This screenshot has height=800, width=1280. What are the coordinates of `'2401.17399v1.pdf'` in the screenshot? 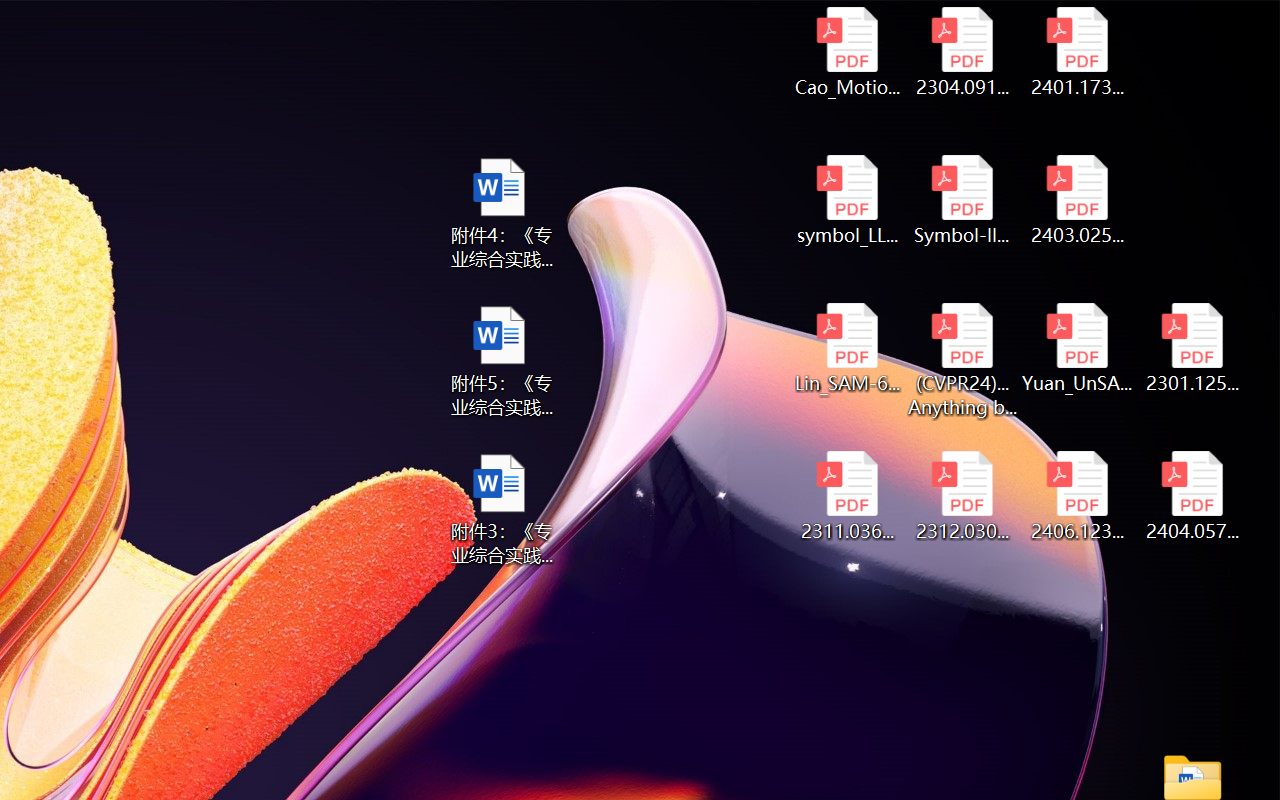 It's located at (1076, 51).